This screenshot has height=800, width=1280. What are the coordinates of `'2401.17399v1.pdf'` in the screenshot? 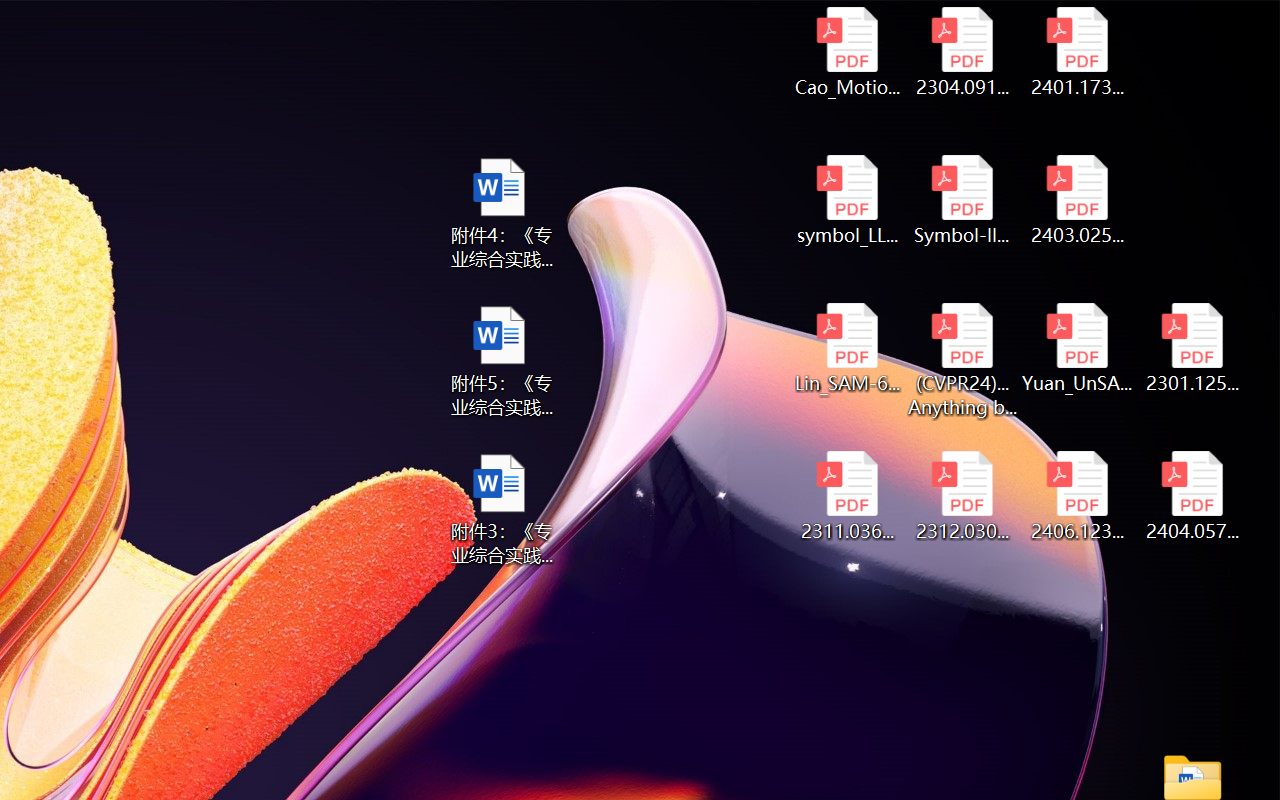 It's located at (1076, 51).